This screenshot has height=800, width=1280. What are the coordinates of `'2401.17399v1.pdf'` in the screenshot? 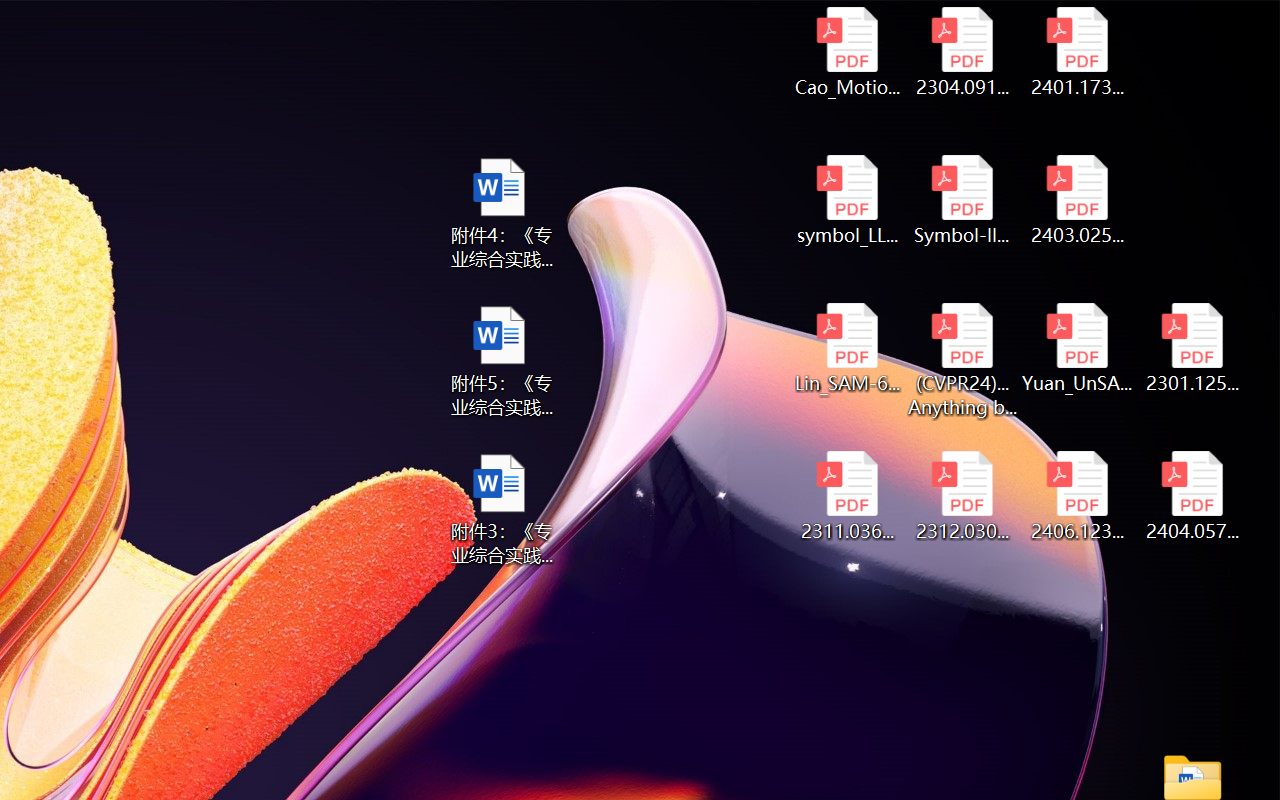 It's located at (1076, 51).